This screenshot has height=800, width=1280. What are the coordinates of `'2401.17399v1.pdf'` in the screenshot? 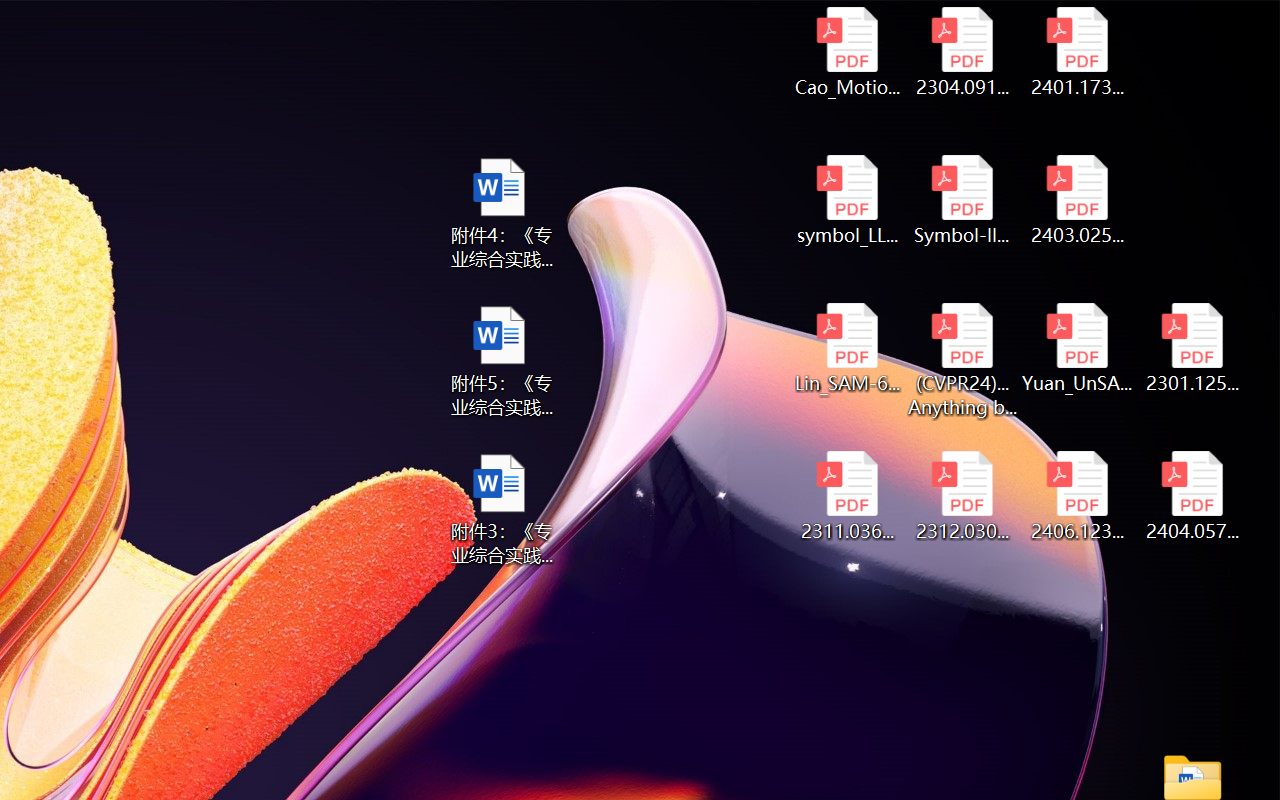 It's located at (1076, 51).